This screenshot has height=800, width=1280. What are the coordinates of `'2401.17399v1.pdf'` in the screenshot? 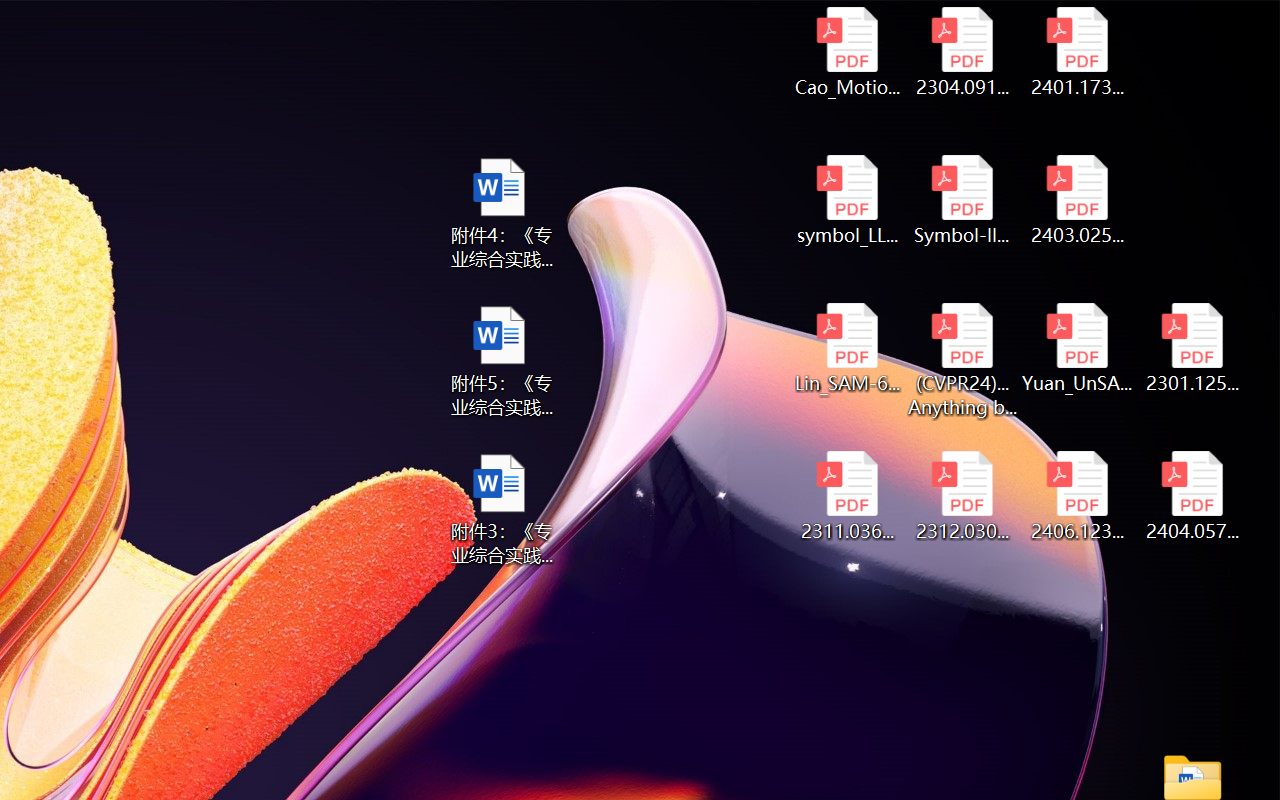 It's located at (1076, 51).